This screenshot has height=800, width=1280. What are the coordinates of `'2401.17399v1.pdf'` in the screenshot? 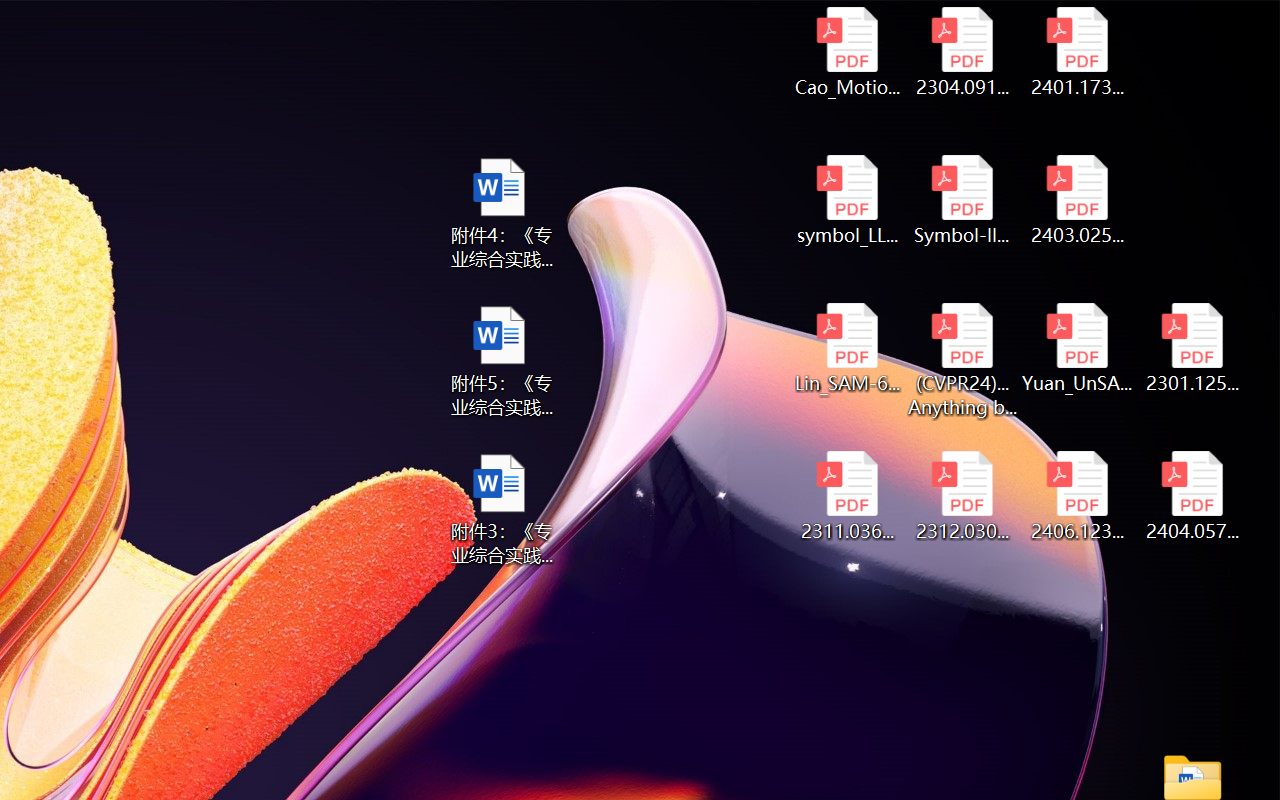 It's located at (1076, 51).